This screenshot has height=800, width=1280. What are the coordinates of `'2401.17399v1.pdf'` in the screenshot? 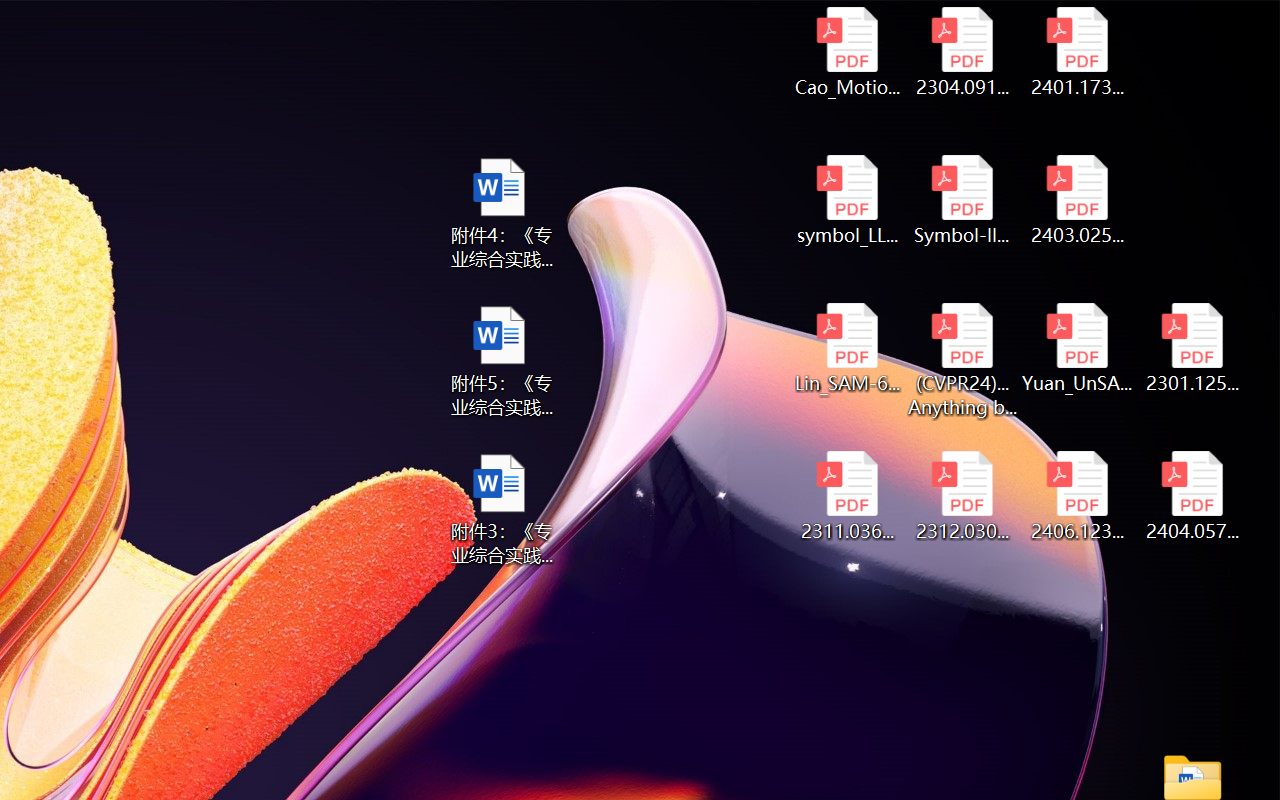 It's located at (1076, 51).